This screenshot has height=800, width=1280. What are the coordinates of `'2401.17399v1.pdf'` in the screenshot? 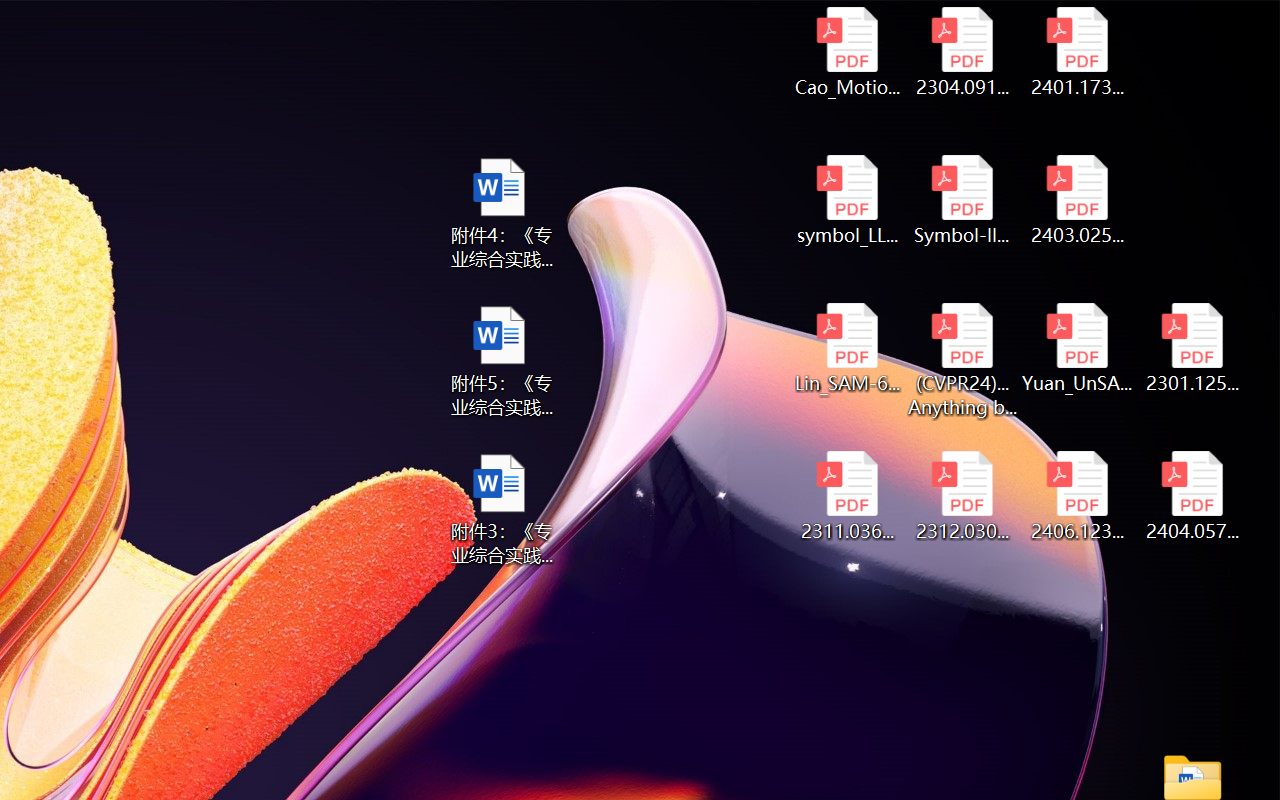 It's located at (1076, 51).